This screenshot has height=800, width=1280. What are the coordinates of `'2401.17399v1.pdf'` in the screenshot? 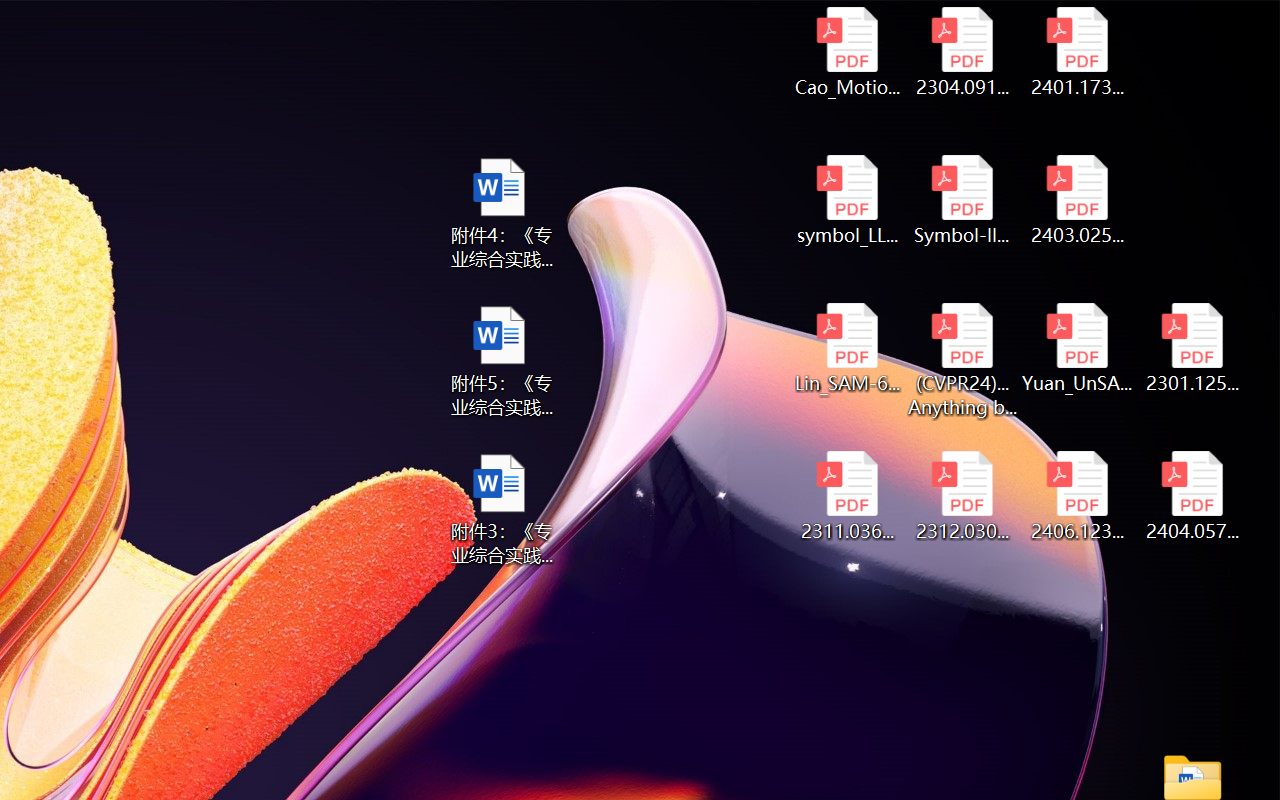 It's located at (1076, 51).